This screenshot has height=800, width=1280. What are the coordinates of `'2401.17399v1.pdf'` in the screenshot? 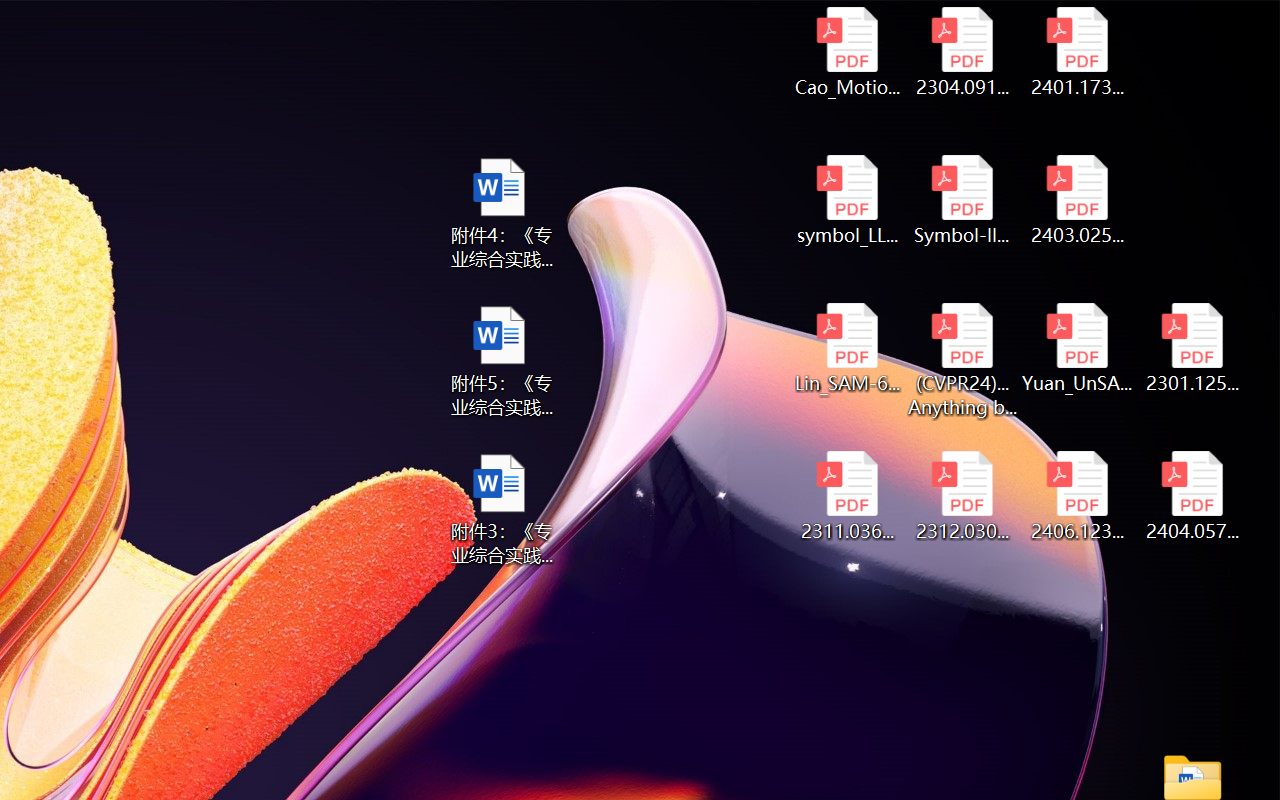 It's located at (1076, 51).